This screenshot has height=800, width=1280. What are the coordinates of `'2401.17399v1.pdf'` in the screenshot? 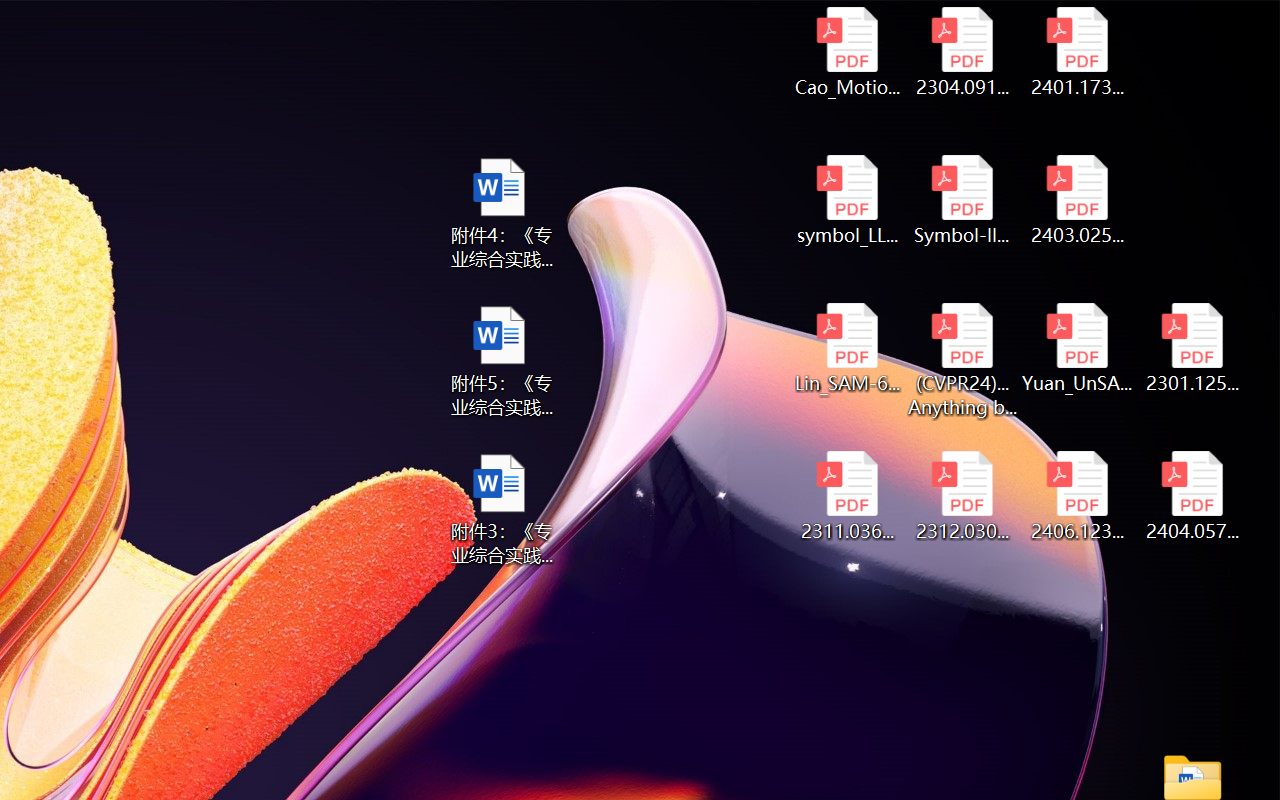 It's located at (1076, 51).